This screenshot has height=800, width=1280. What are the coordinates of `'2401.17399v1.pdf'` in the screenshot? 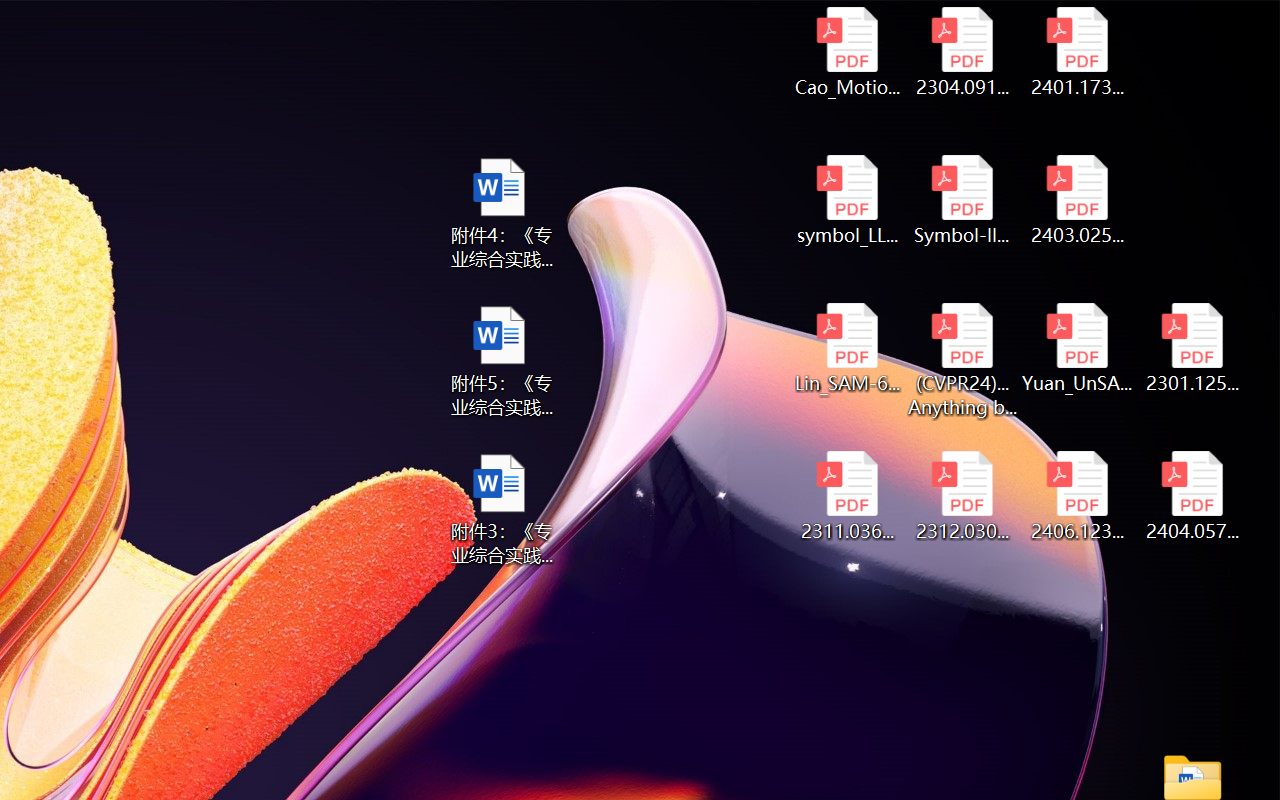 It's located at (1076, 51).